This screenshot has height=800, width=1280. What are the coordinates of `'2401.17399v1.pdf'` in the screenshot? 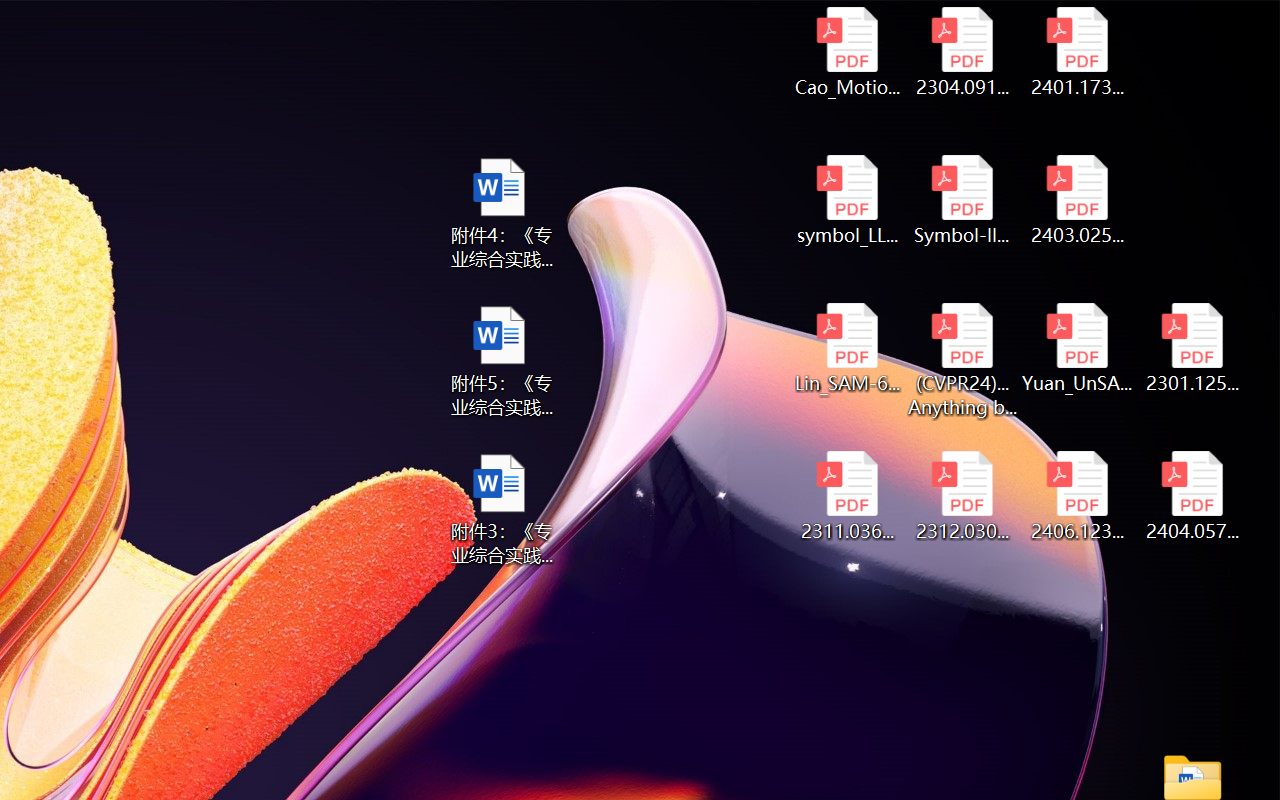 It's located at (1076, 51).